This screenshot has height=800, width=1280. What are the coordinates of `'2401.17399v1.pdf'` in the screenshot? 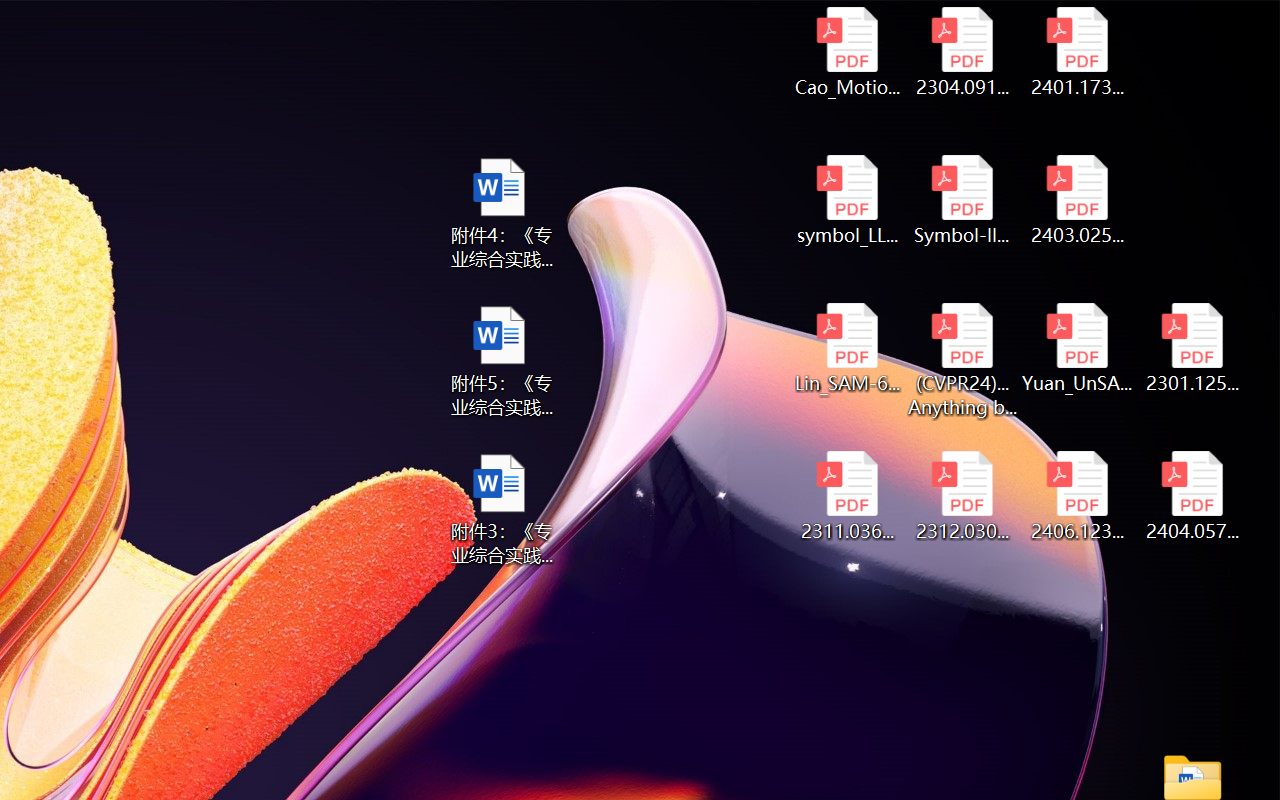 It's located at (1076, 51).